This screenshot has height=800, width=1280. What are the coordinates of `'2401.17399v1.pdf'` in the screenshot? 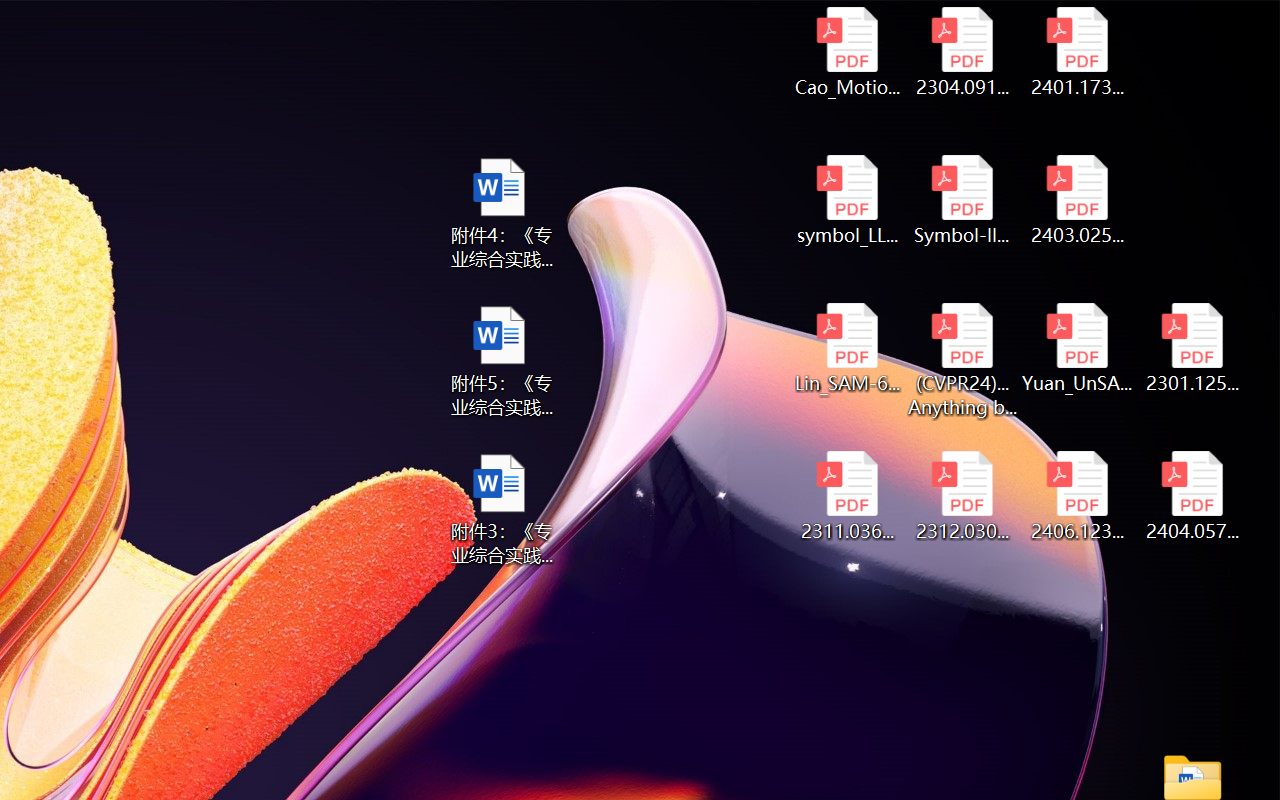 It's located at (1076, 51).